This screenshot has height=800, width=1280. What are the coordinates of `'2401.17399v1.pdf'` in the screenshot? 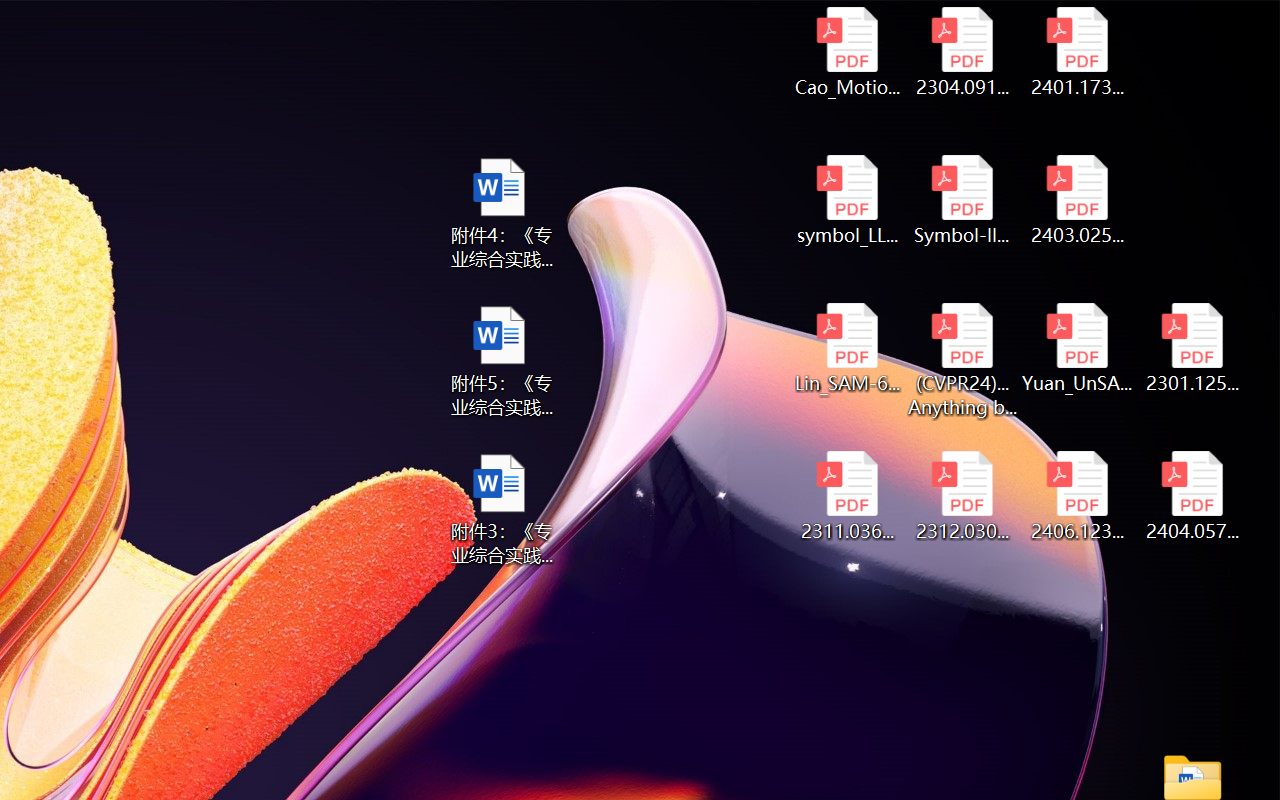 It's located at (1076, 51).